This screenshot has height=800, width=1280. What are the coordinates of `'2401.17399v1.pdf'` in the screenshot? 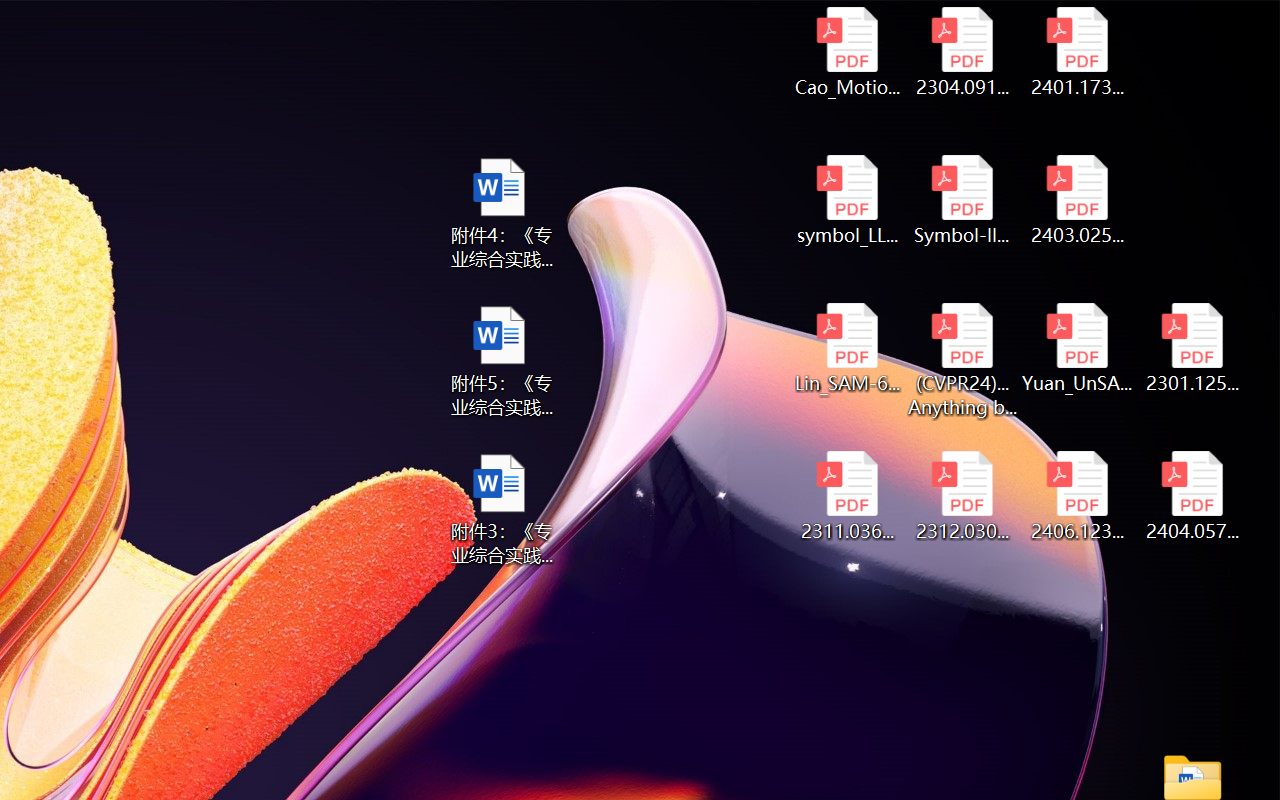 It's located at (1076, 51).